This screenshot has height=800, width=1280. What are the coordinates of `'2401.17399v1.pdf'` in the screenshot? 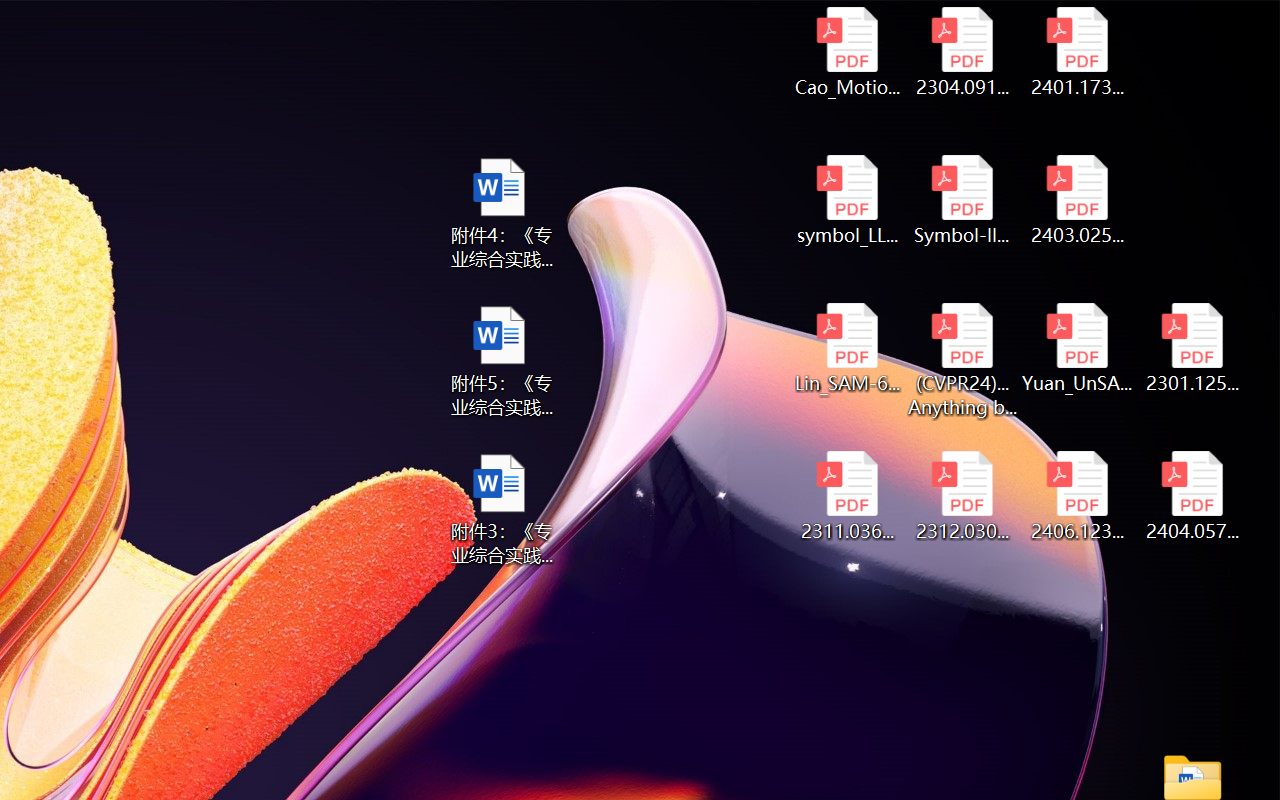 It's located at (1076, 51).